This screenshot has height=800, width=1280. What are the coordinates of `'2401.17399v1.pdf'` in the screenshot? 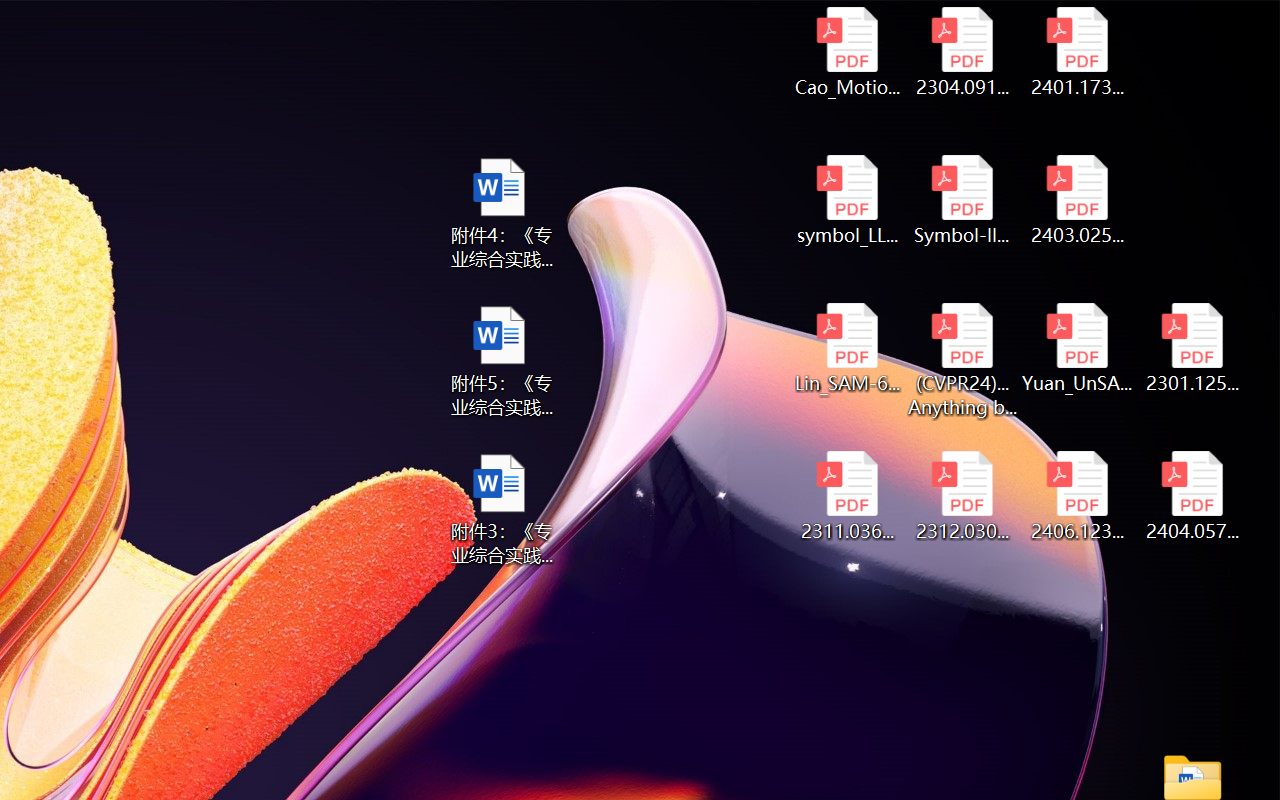 It's located at (1076, 51).